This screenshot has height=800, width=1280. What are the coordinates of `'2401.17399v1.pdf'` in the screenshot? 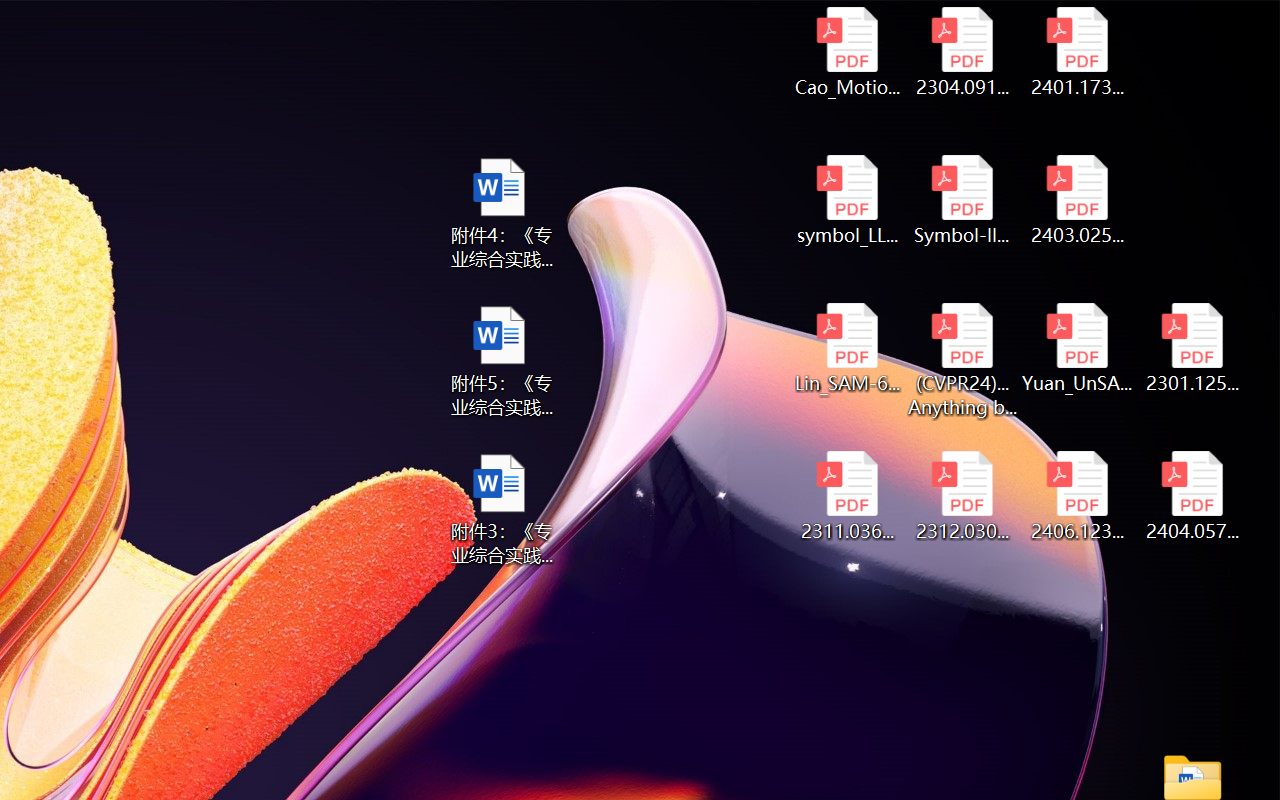 It's located at (1076, 51).